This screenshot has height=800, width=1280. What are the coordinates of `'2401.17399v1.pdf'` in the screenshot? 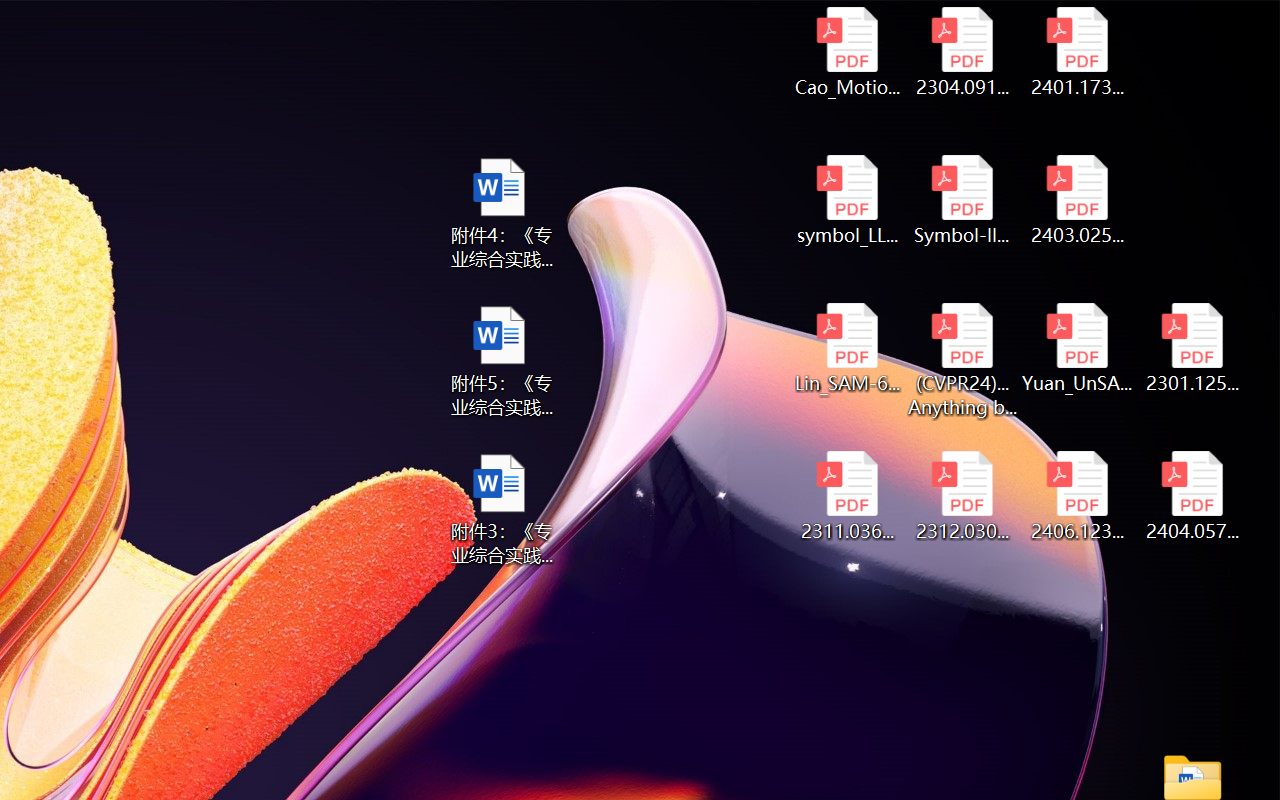 It's located at (1076, 51).